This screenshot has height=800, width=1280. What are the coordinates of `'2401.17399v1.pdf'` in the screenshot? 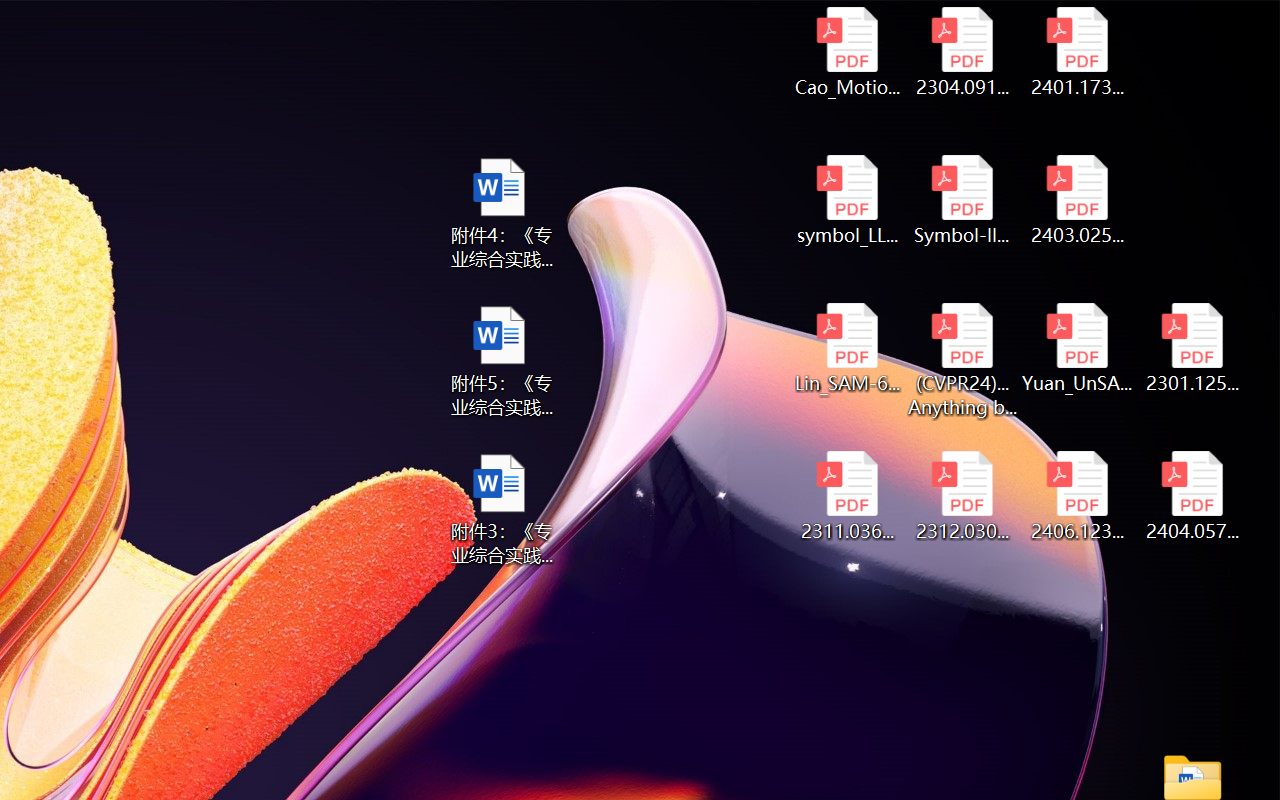 It's located at (1076, 51).